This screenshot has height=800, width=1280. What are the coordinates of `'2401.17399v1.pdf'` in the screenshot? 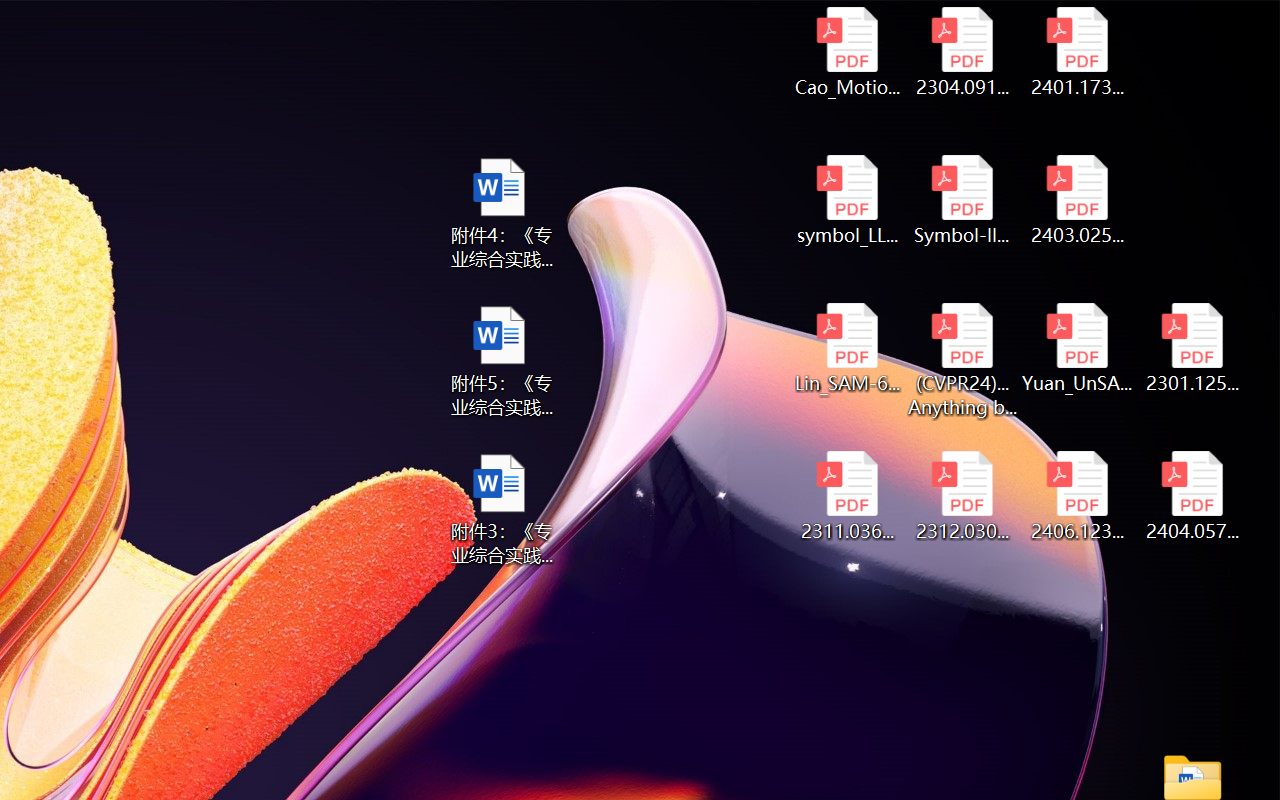 It's located at (1076, 51).